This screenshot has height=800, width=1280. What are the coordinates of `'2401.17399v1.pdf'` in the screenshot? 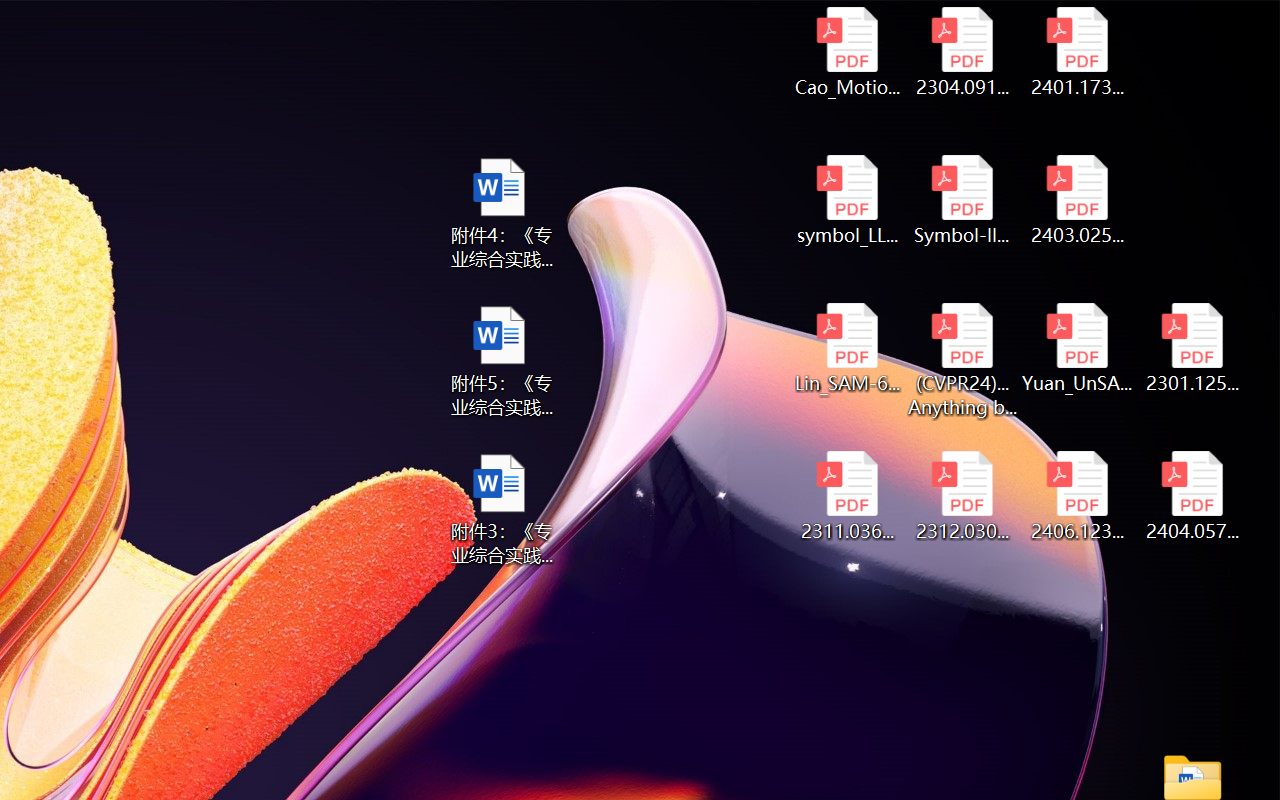 It's located at (1076, 51).